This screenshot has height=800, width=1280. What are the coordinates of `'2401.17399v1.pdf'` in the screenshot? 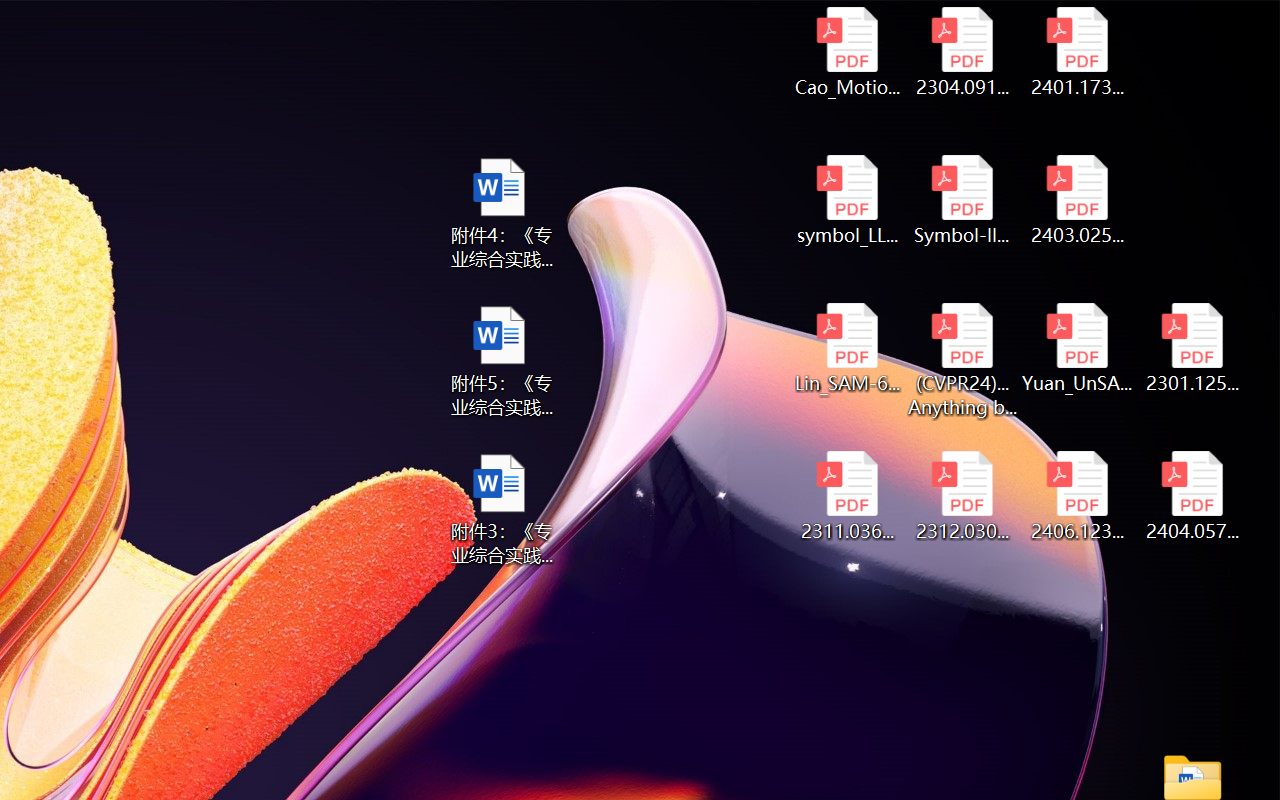 It's located at (1076, 51).